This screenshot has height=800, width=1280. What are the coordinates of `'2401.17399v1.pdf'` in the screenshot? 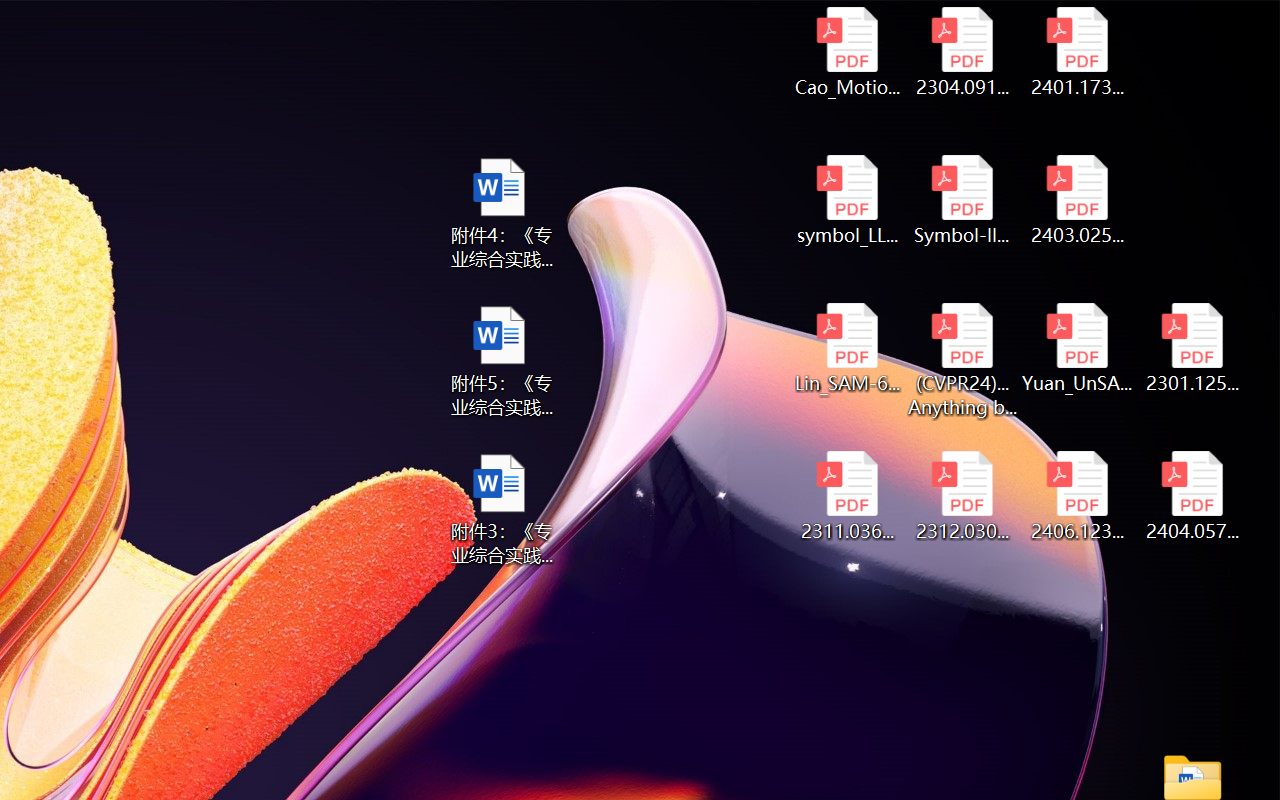 It's located at (1076, 51).